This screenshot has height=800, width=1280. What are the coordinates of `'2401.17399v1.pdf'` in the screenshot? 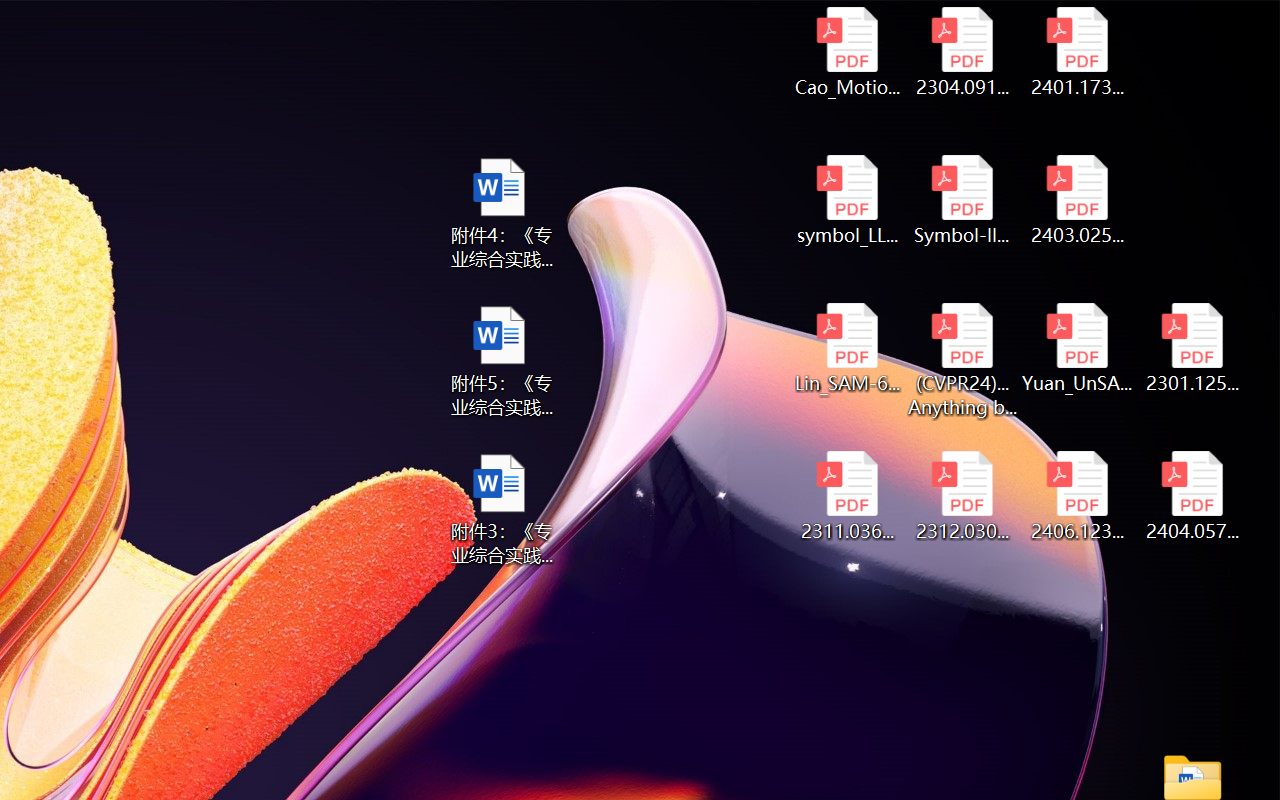 It's located at (1076, 51).